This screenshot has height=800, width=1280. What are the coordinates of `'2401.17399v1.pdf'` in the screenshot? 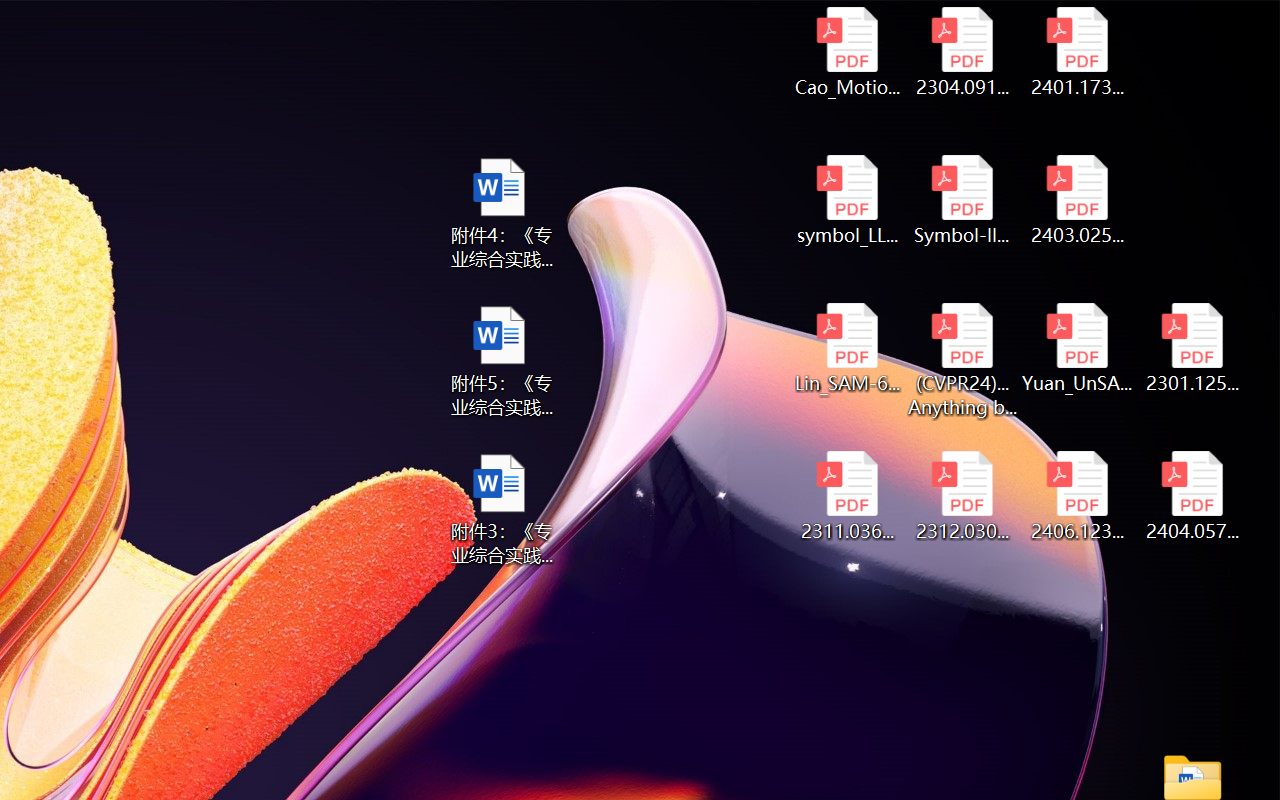 It's located at (1076, 51).